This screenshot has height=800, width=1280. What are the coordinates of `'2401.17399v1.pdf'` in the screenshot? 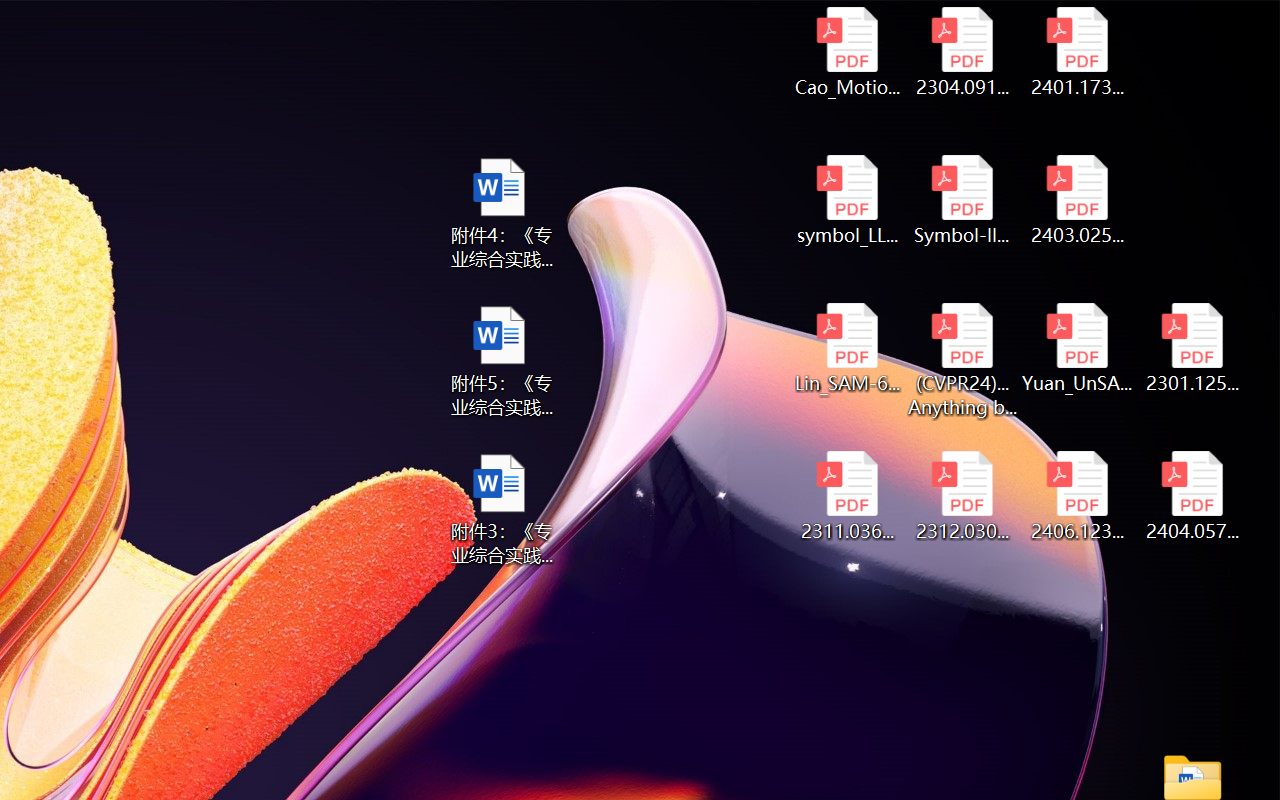 It's located at (1076, 51).